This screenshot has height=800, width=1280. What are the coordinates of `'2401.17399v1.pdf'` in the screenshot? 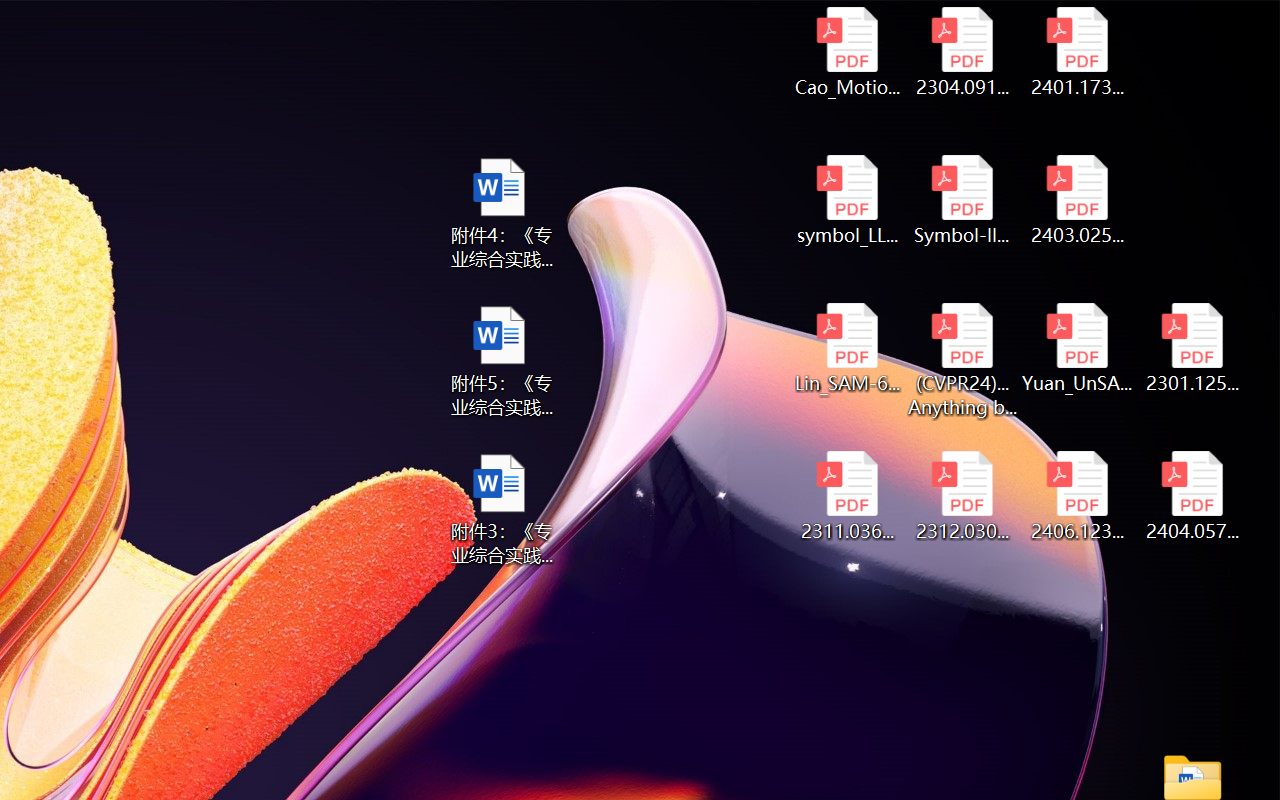 It's located at (1076, 51).